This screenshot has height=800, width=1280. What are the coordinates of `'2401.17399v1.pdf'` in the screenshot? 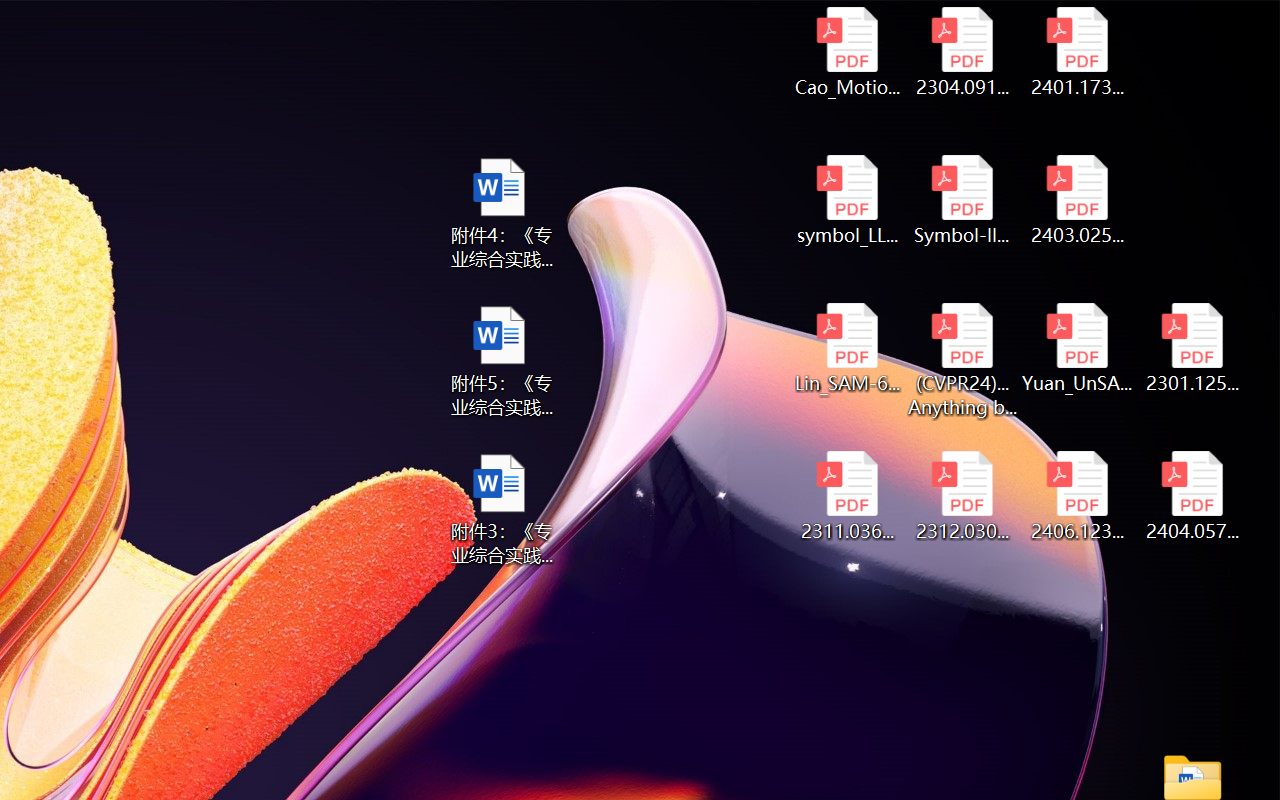 It's located at (1076, 51).